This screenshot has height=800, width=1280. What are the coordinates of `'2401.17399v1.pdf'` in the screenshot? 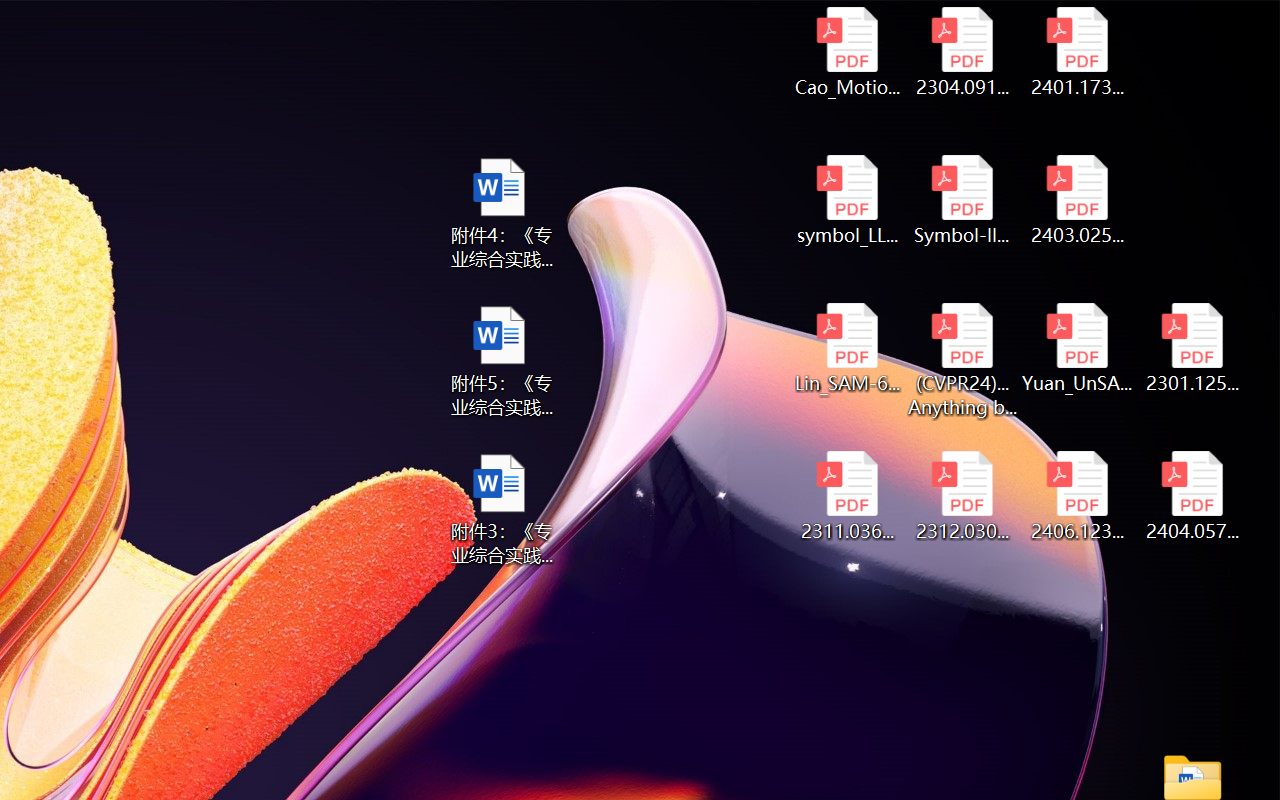 It's located at (1076, 51).